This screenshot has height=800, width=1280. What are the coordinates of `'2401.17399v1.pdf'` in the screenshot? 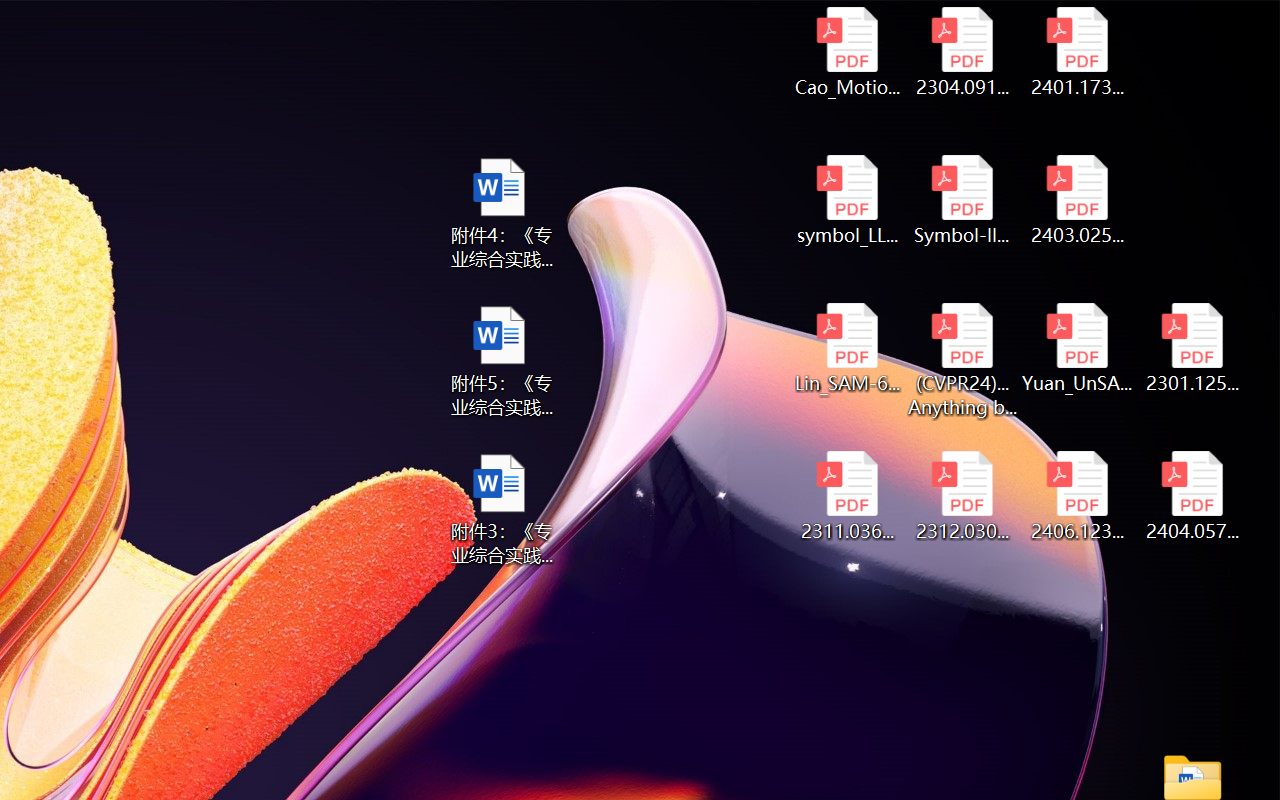 It's located at (1076, 51).